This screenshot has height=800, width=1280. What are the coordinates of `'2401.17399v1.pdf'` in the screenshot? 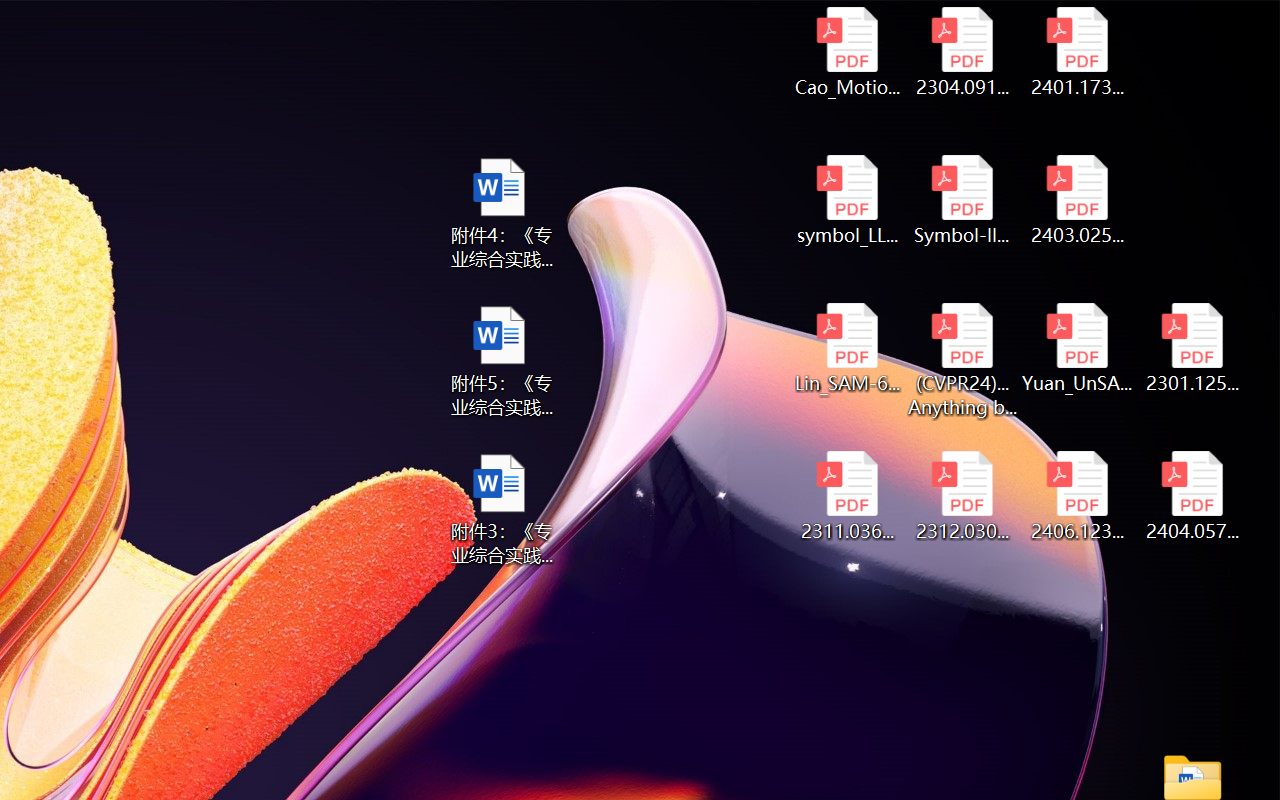 It's located at (1076, 51).